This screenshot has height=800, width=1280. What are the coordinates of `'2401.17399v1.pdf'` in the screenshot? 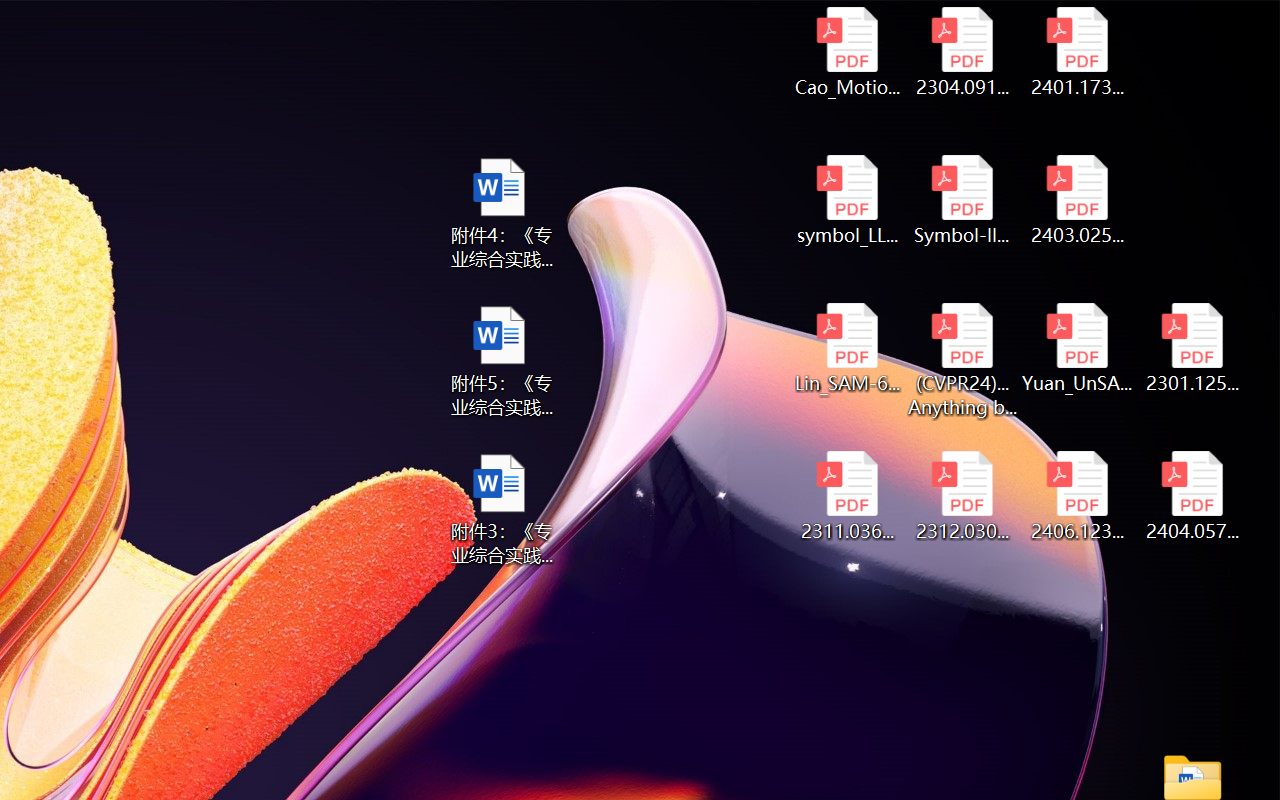 It's located at (1076, 51).